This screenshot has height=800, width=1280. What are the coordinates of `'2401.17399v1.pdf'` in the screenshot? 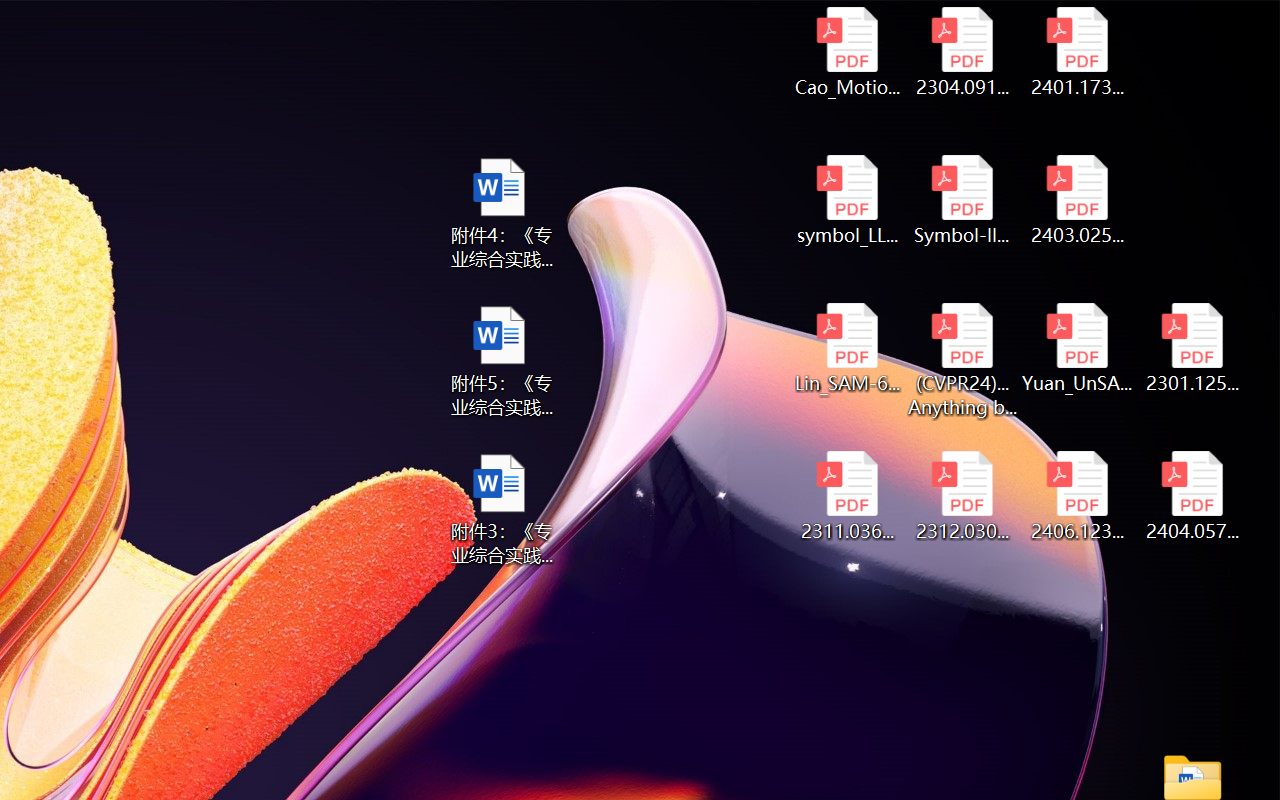 It's located at (1076, 51).